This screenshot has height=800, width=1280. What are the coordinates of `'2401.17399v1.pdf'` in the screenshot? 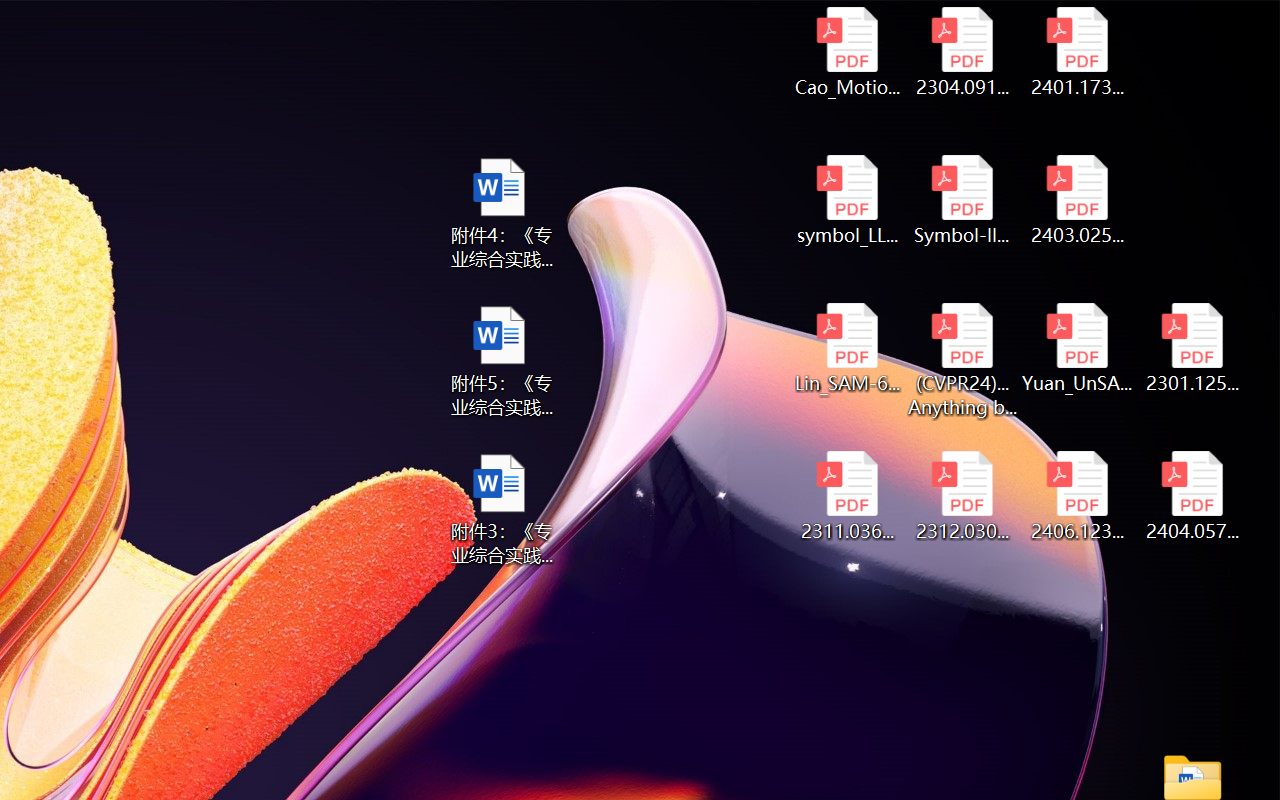 It's located at (1076, 51).